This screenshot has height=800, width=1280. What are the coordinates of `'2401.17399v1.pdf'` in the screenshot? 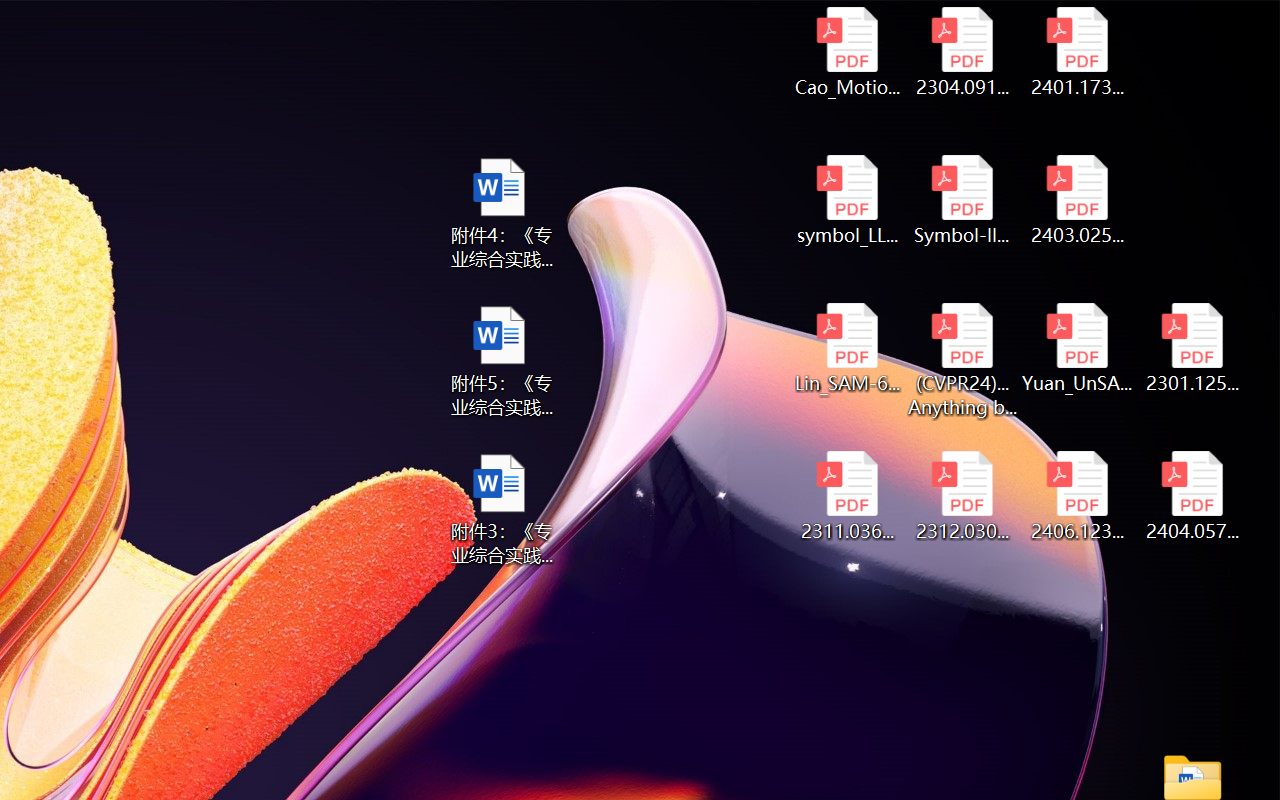 It's located at (1076, 51).